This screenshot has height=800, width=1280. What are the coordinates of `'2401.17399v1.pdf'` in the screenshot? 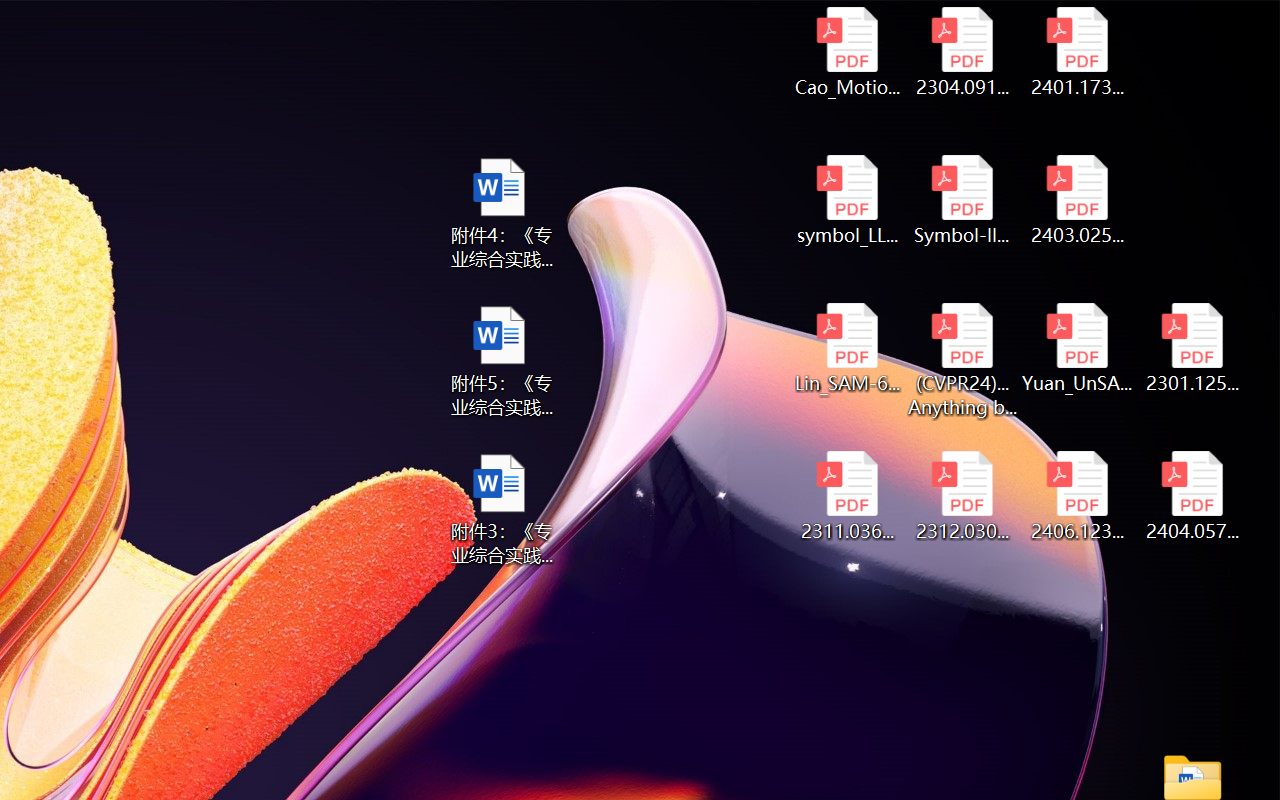 It's located at (1076, 51).